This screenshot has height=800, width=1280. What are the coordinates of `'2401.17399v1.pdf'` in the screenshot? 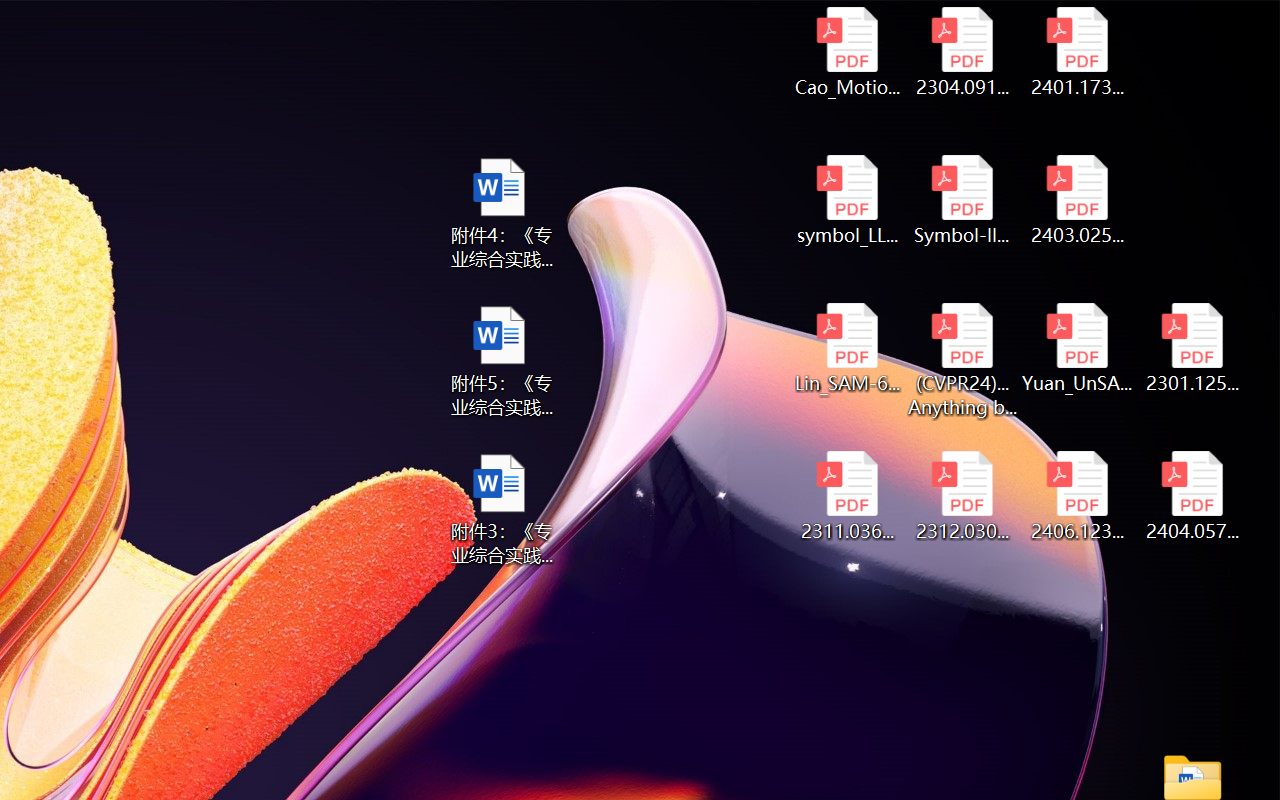 It's located at (1076, 51).